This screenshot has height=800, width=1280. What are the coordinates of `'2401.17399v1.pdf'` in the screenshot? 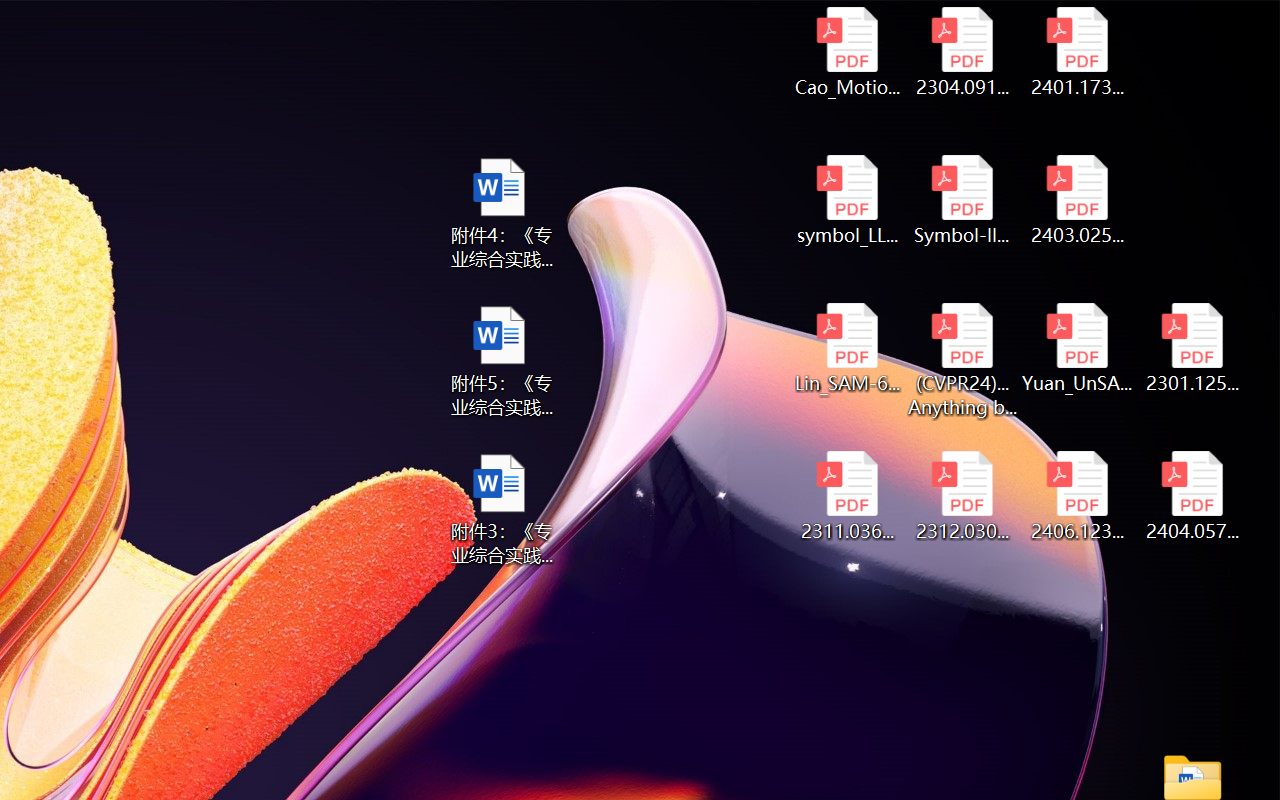 It's located at (1076, 51).